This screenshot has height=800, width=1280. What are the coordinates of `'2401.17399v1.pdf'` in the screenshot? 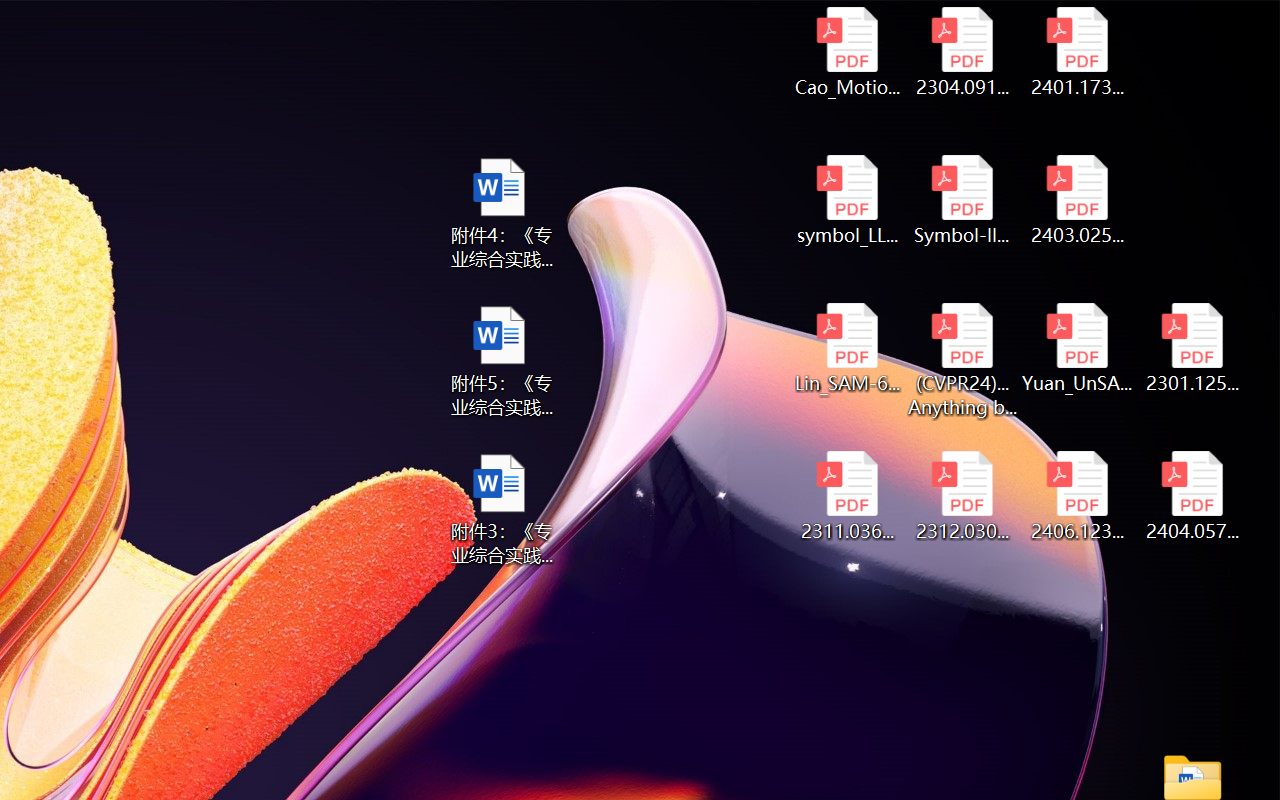 It's located at (1076, 51).